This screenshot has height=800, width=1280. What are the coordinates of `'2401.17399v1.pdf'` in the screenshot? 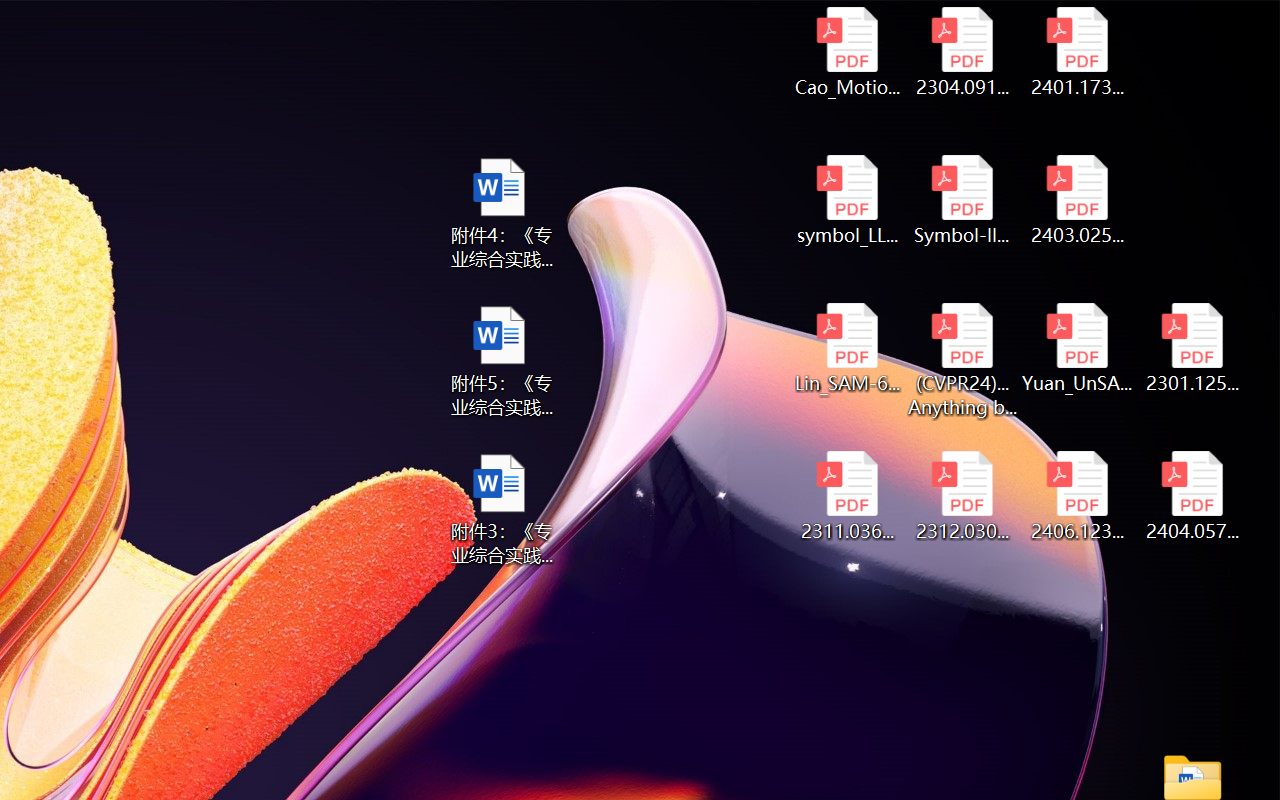 It's located at (1076, 51).